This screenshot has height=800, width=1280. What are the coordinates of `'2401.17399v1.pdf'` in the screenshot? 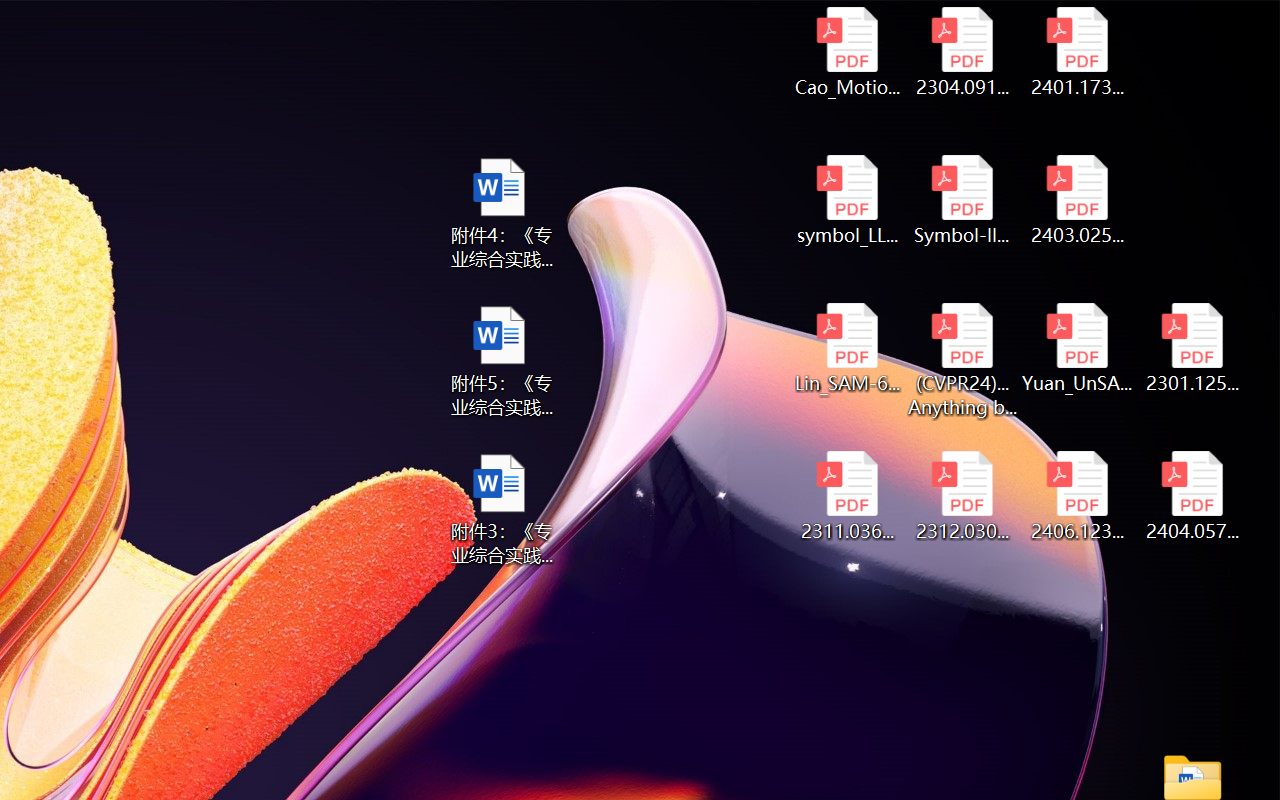 It's located at (1076, 51).